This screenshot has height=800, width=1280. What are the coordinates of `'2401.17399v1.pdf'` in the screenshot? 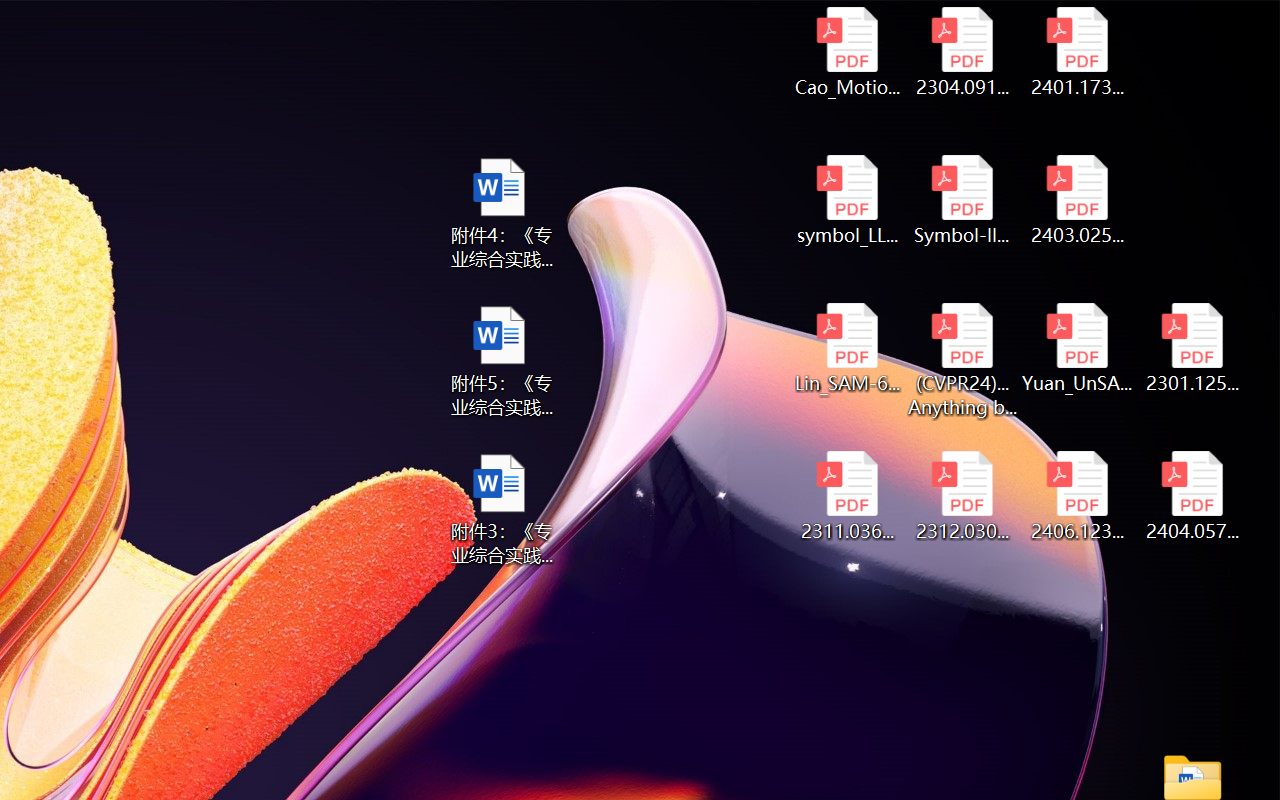 It's located at (1076, 51).